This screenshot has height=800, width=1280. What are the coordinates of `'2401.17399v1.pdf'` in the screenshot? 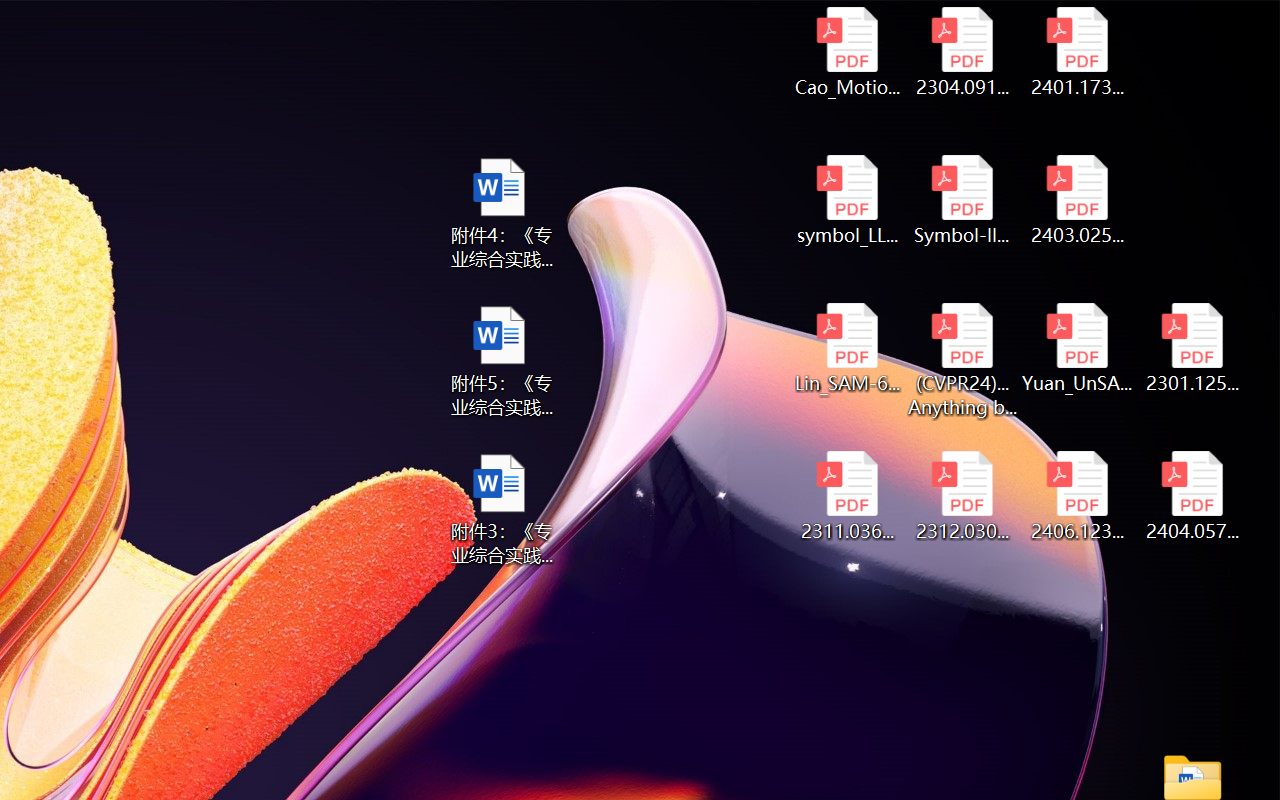 It's located at (1076, 51).